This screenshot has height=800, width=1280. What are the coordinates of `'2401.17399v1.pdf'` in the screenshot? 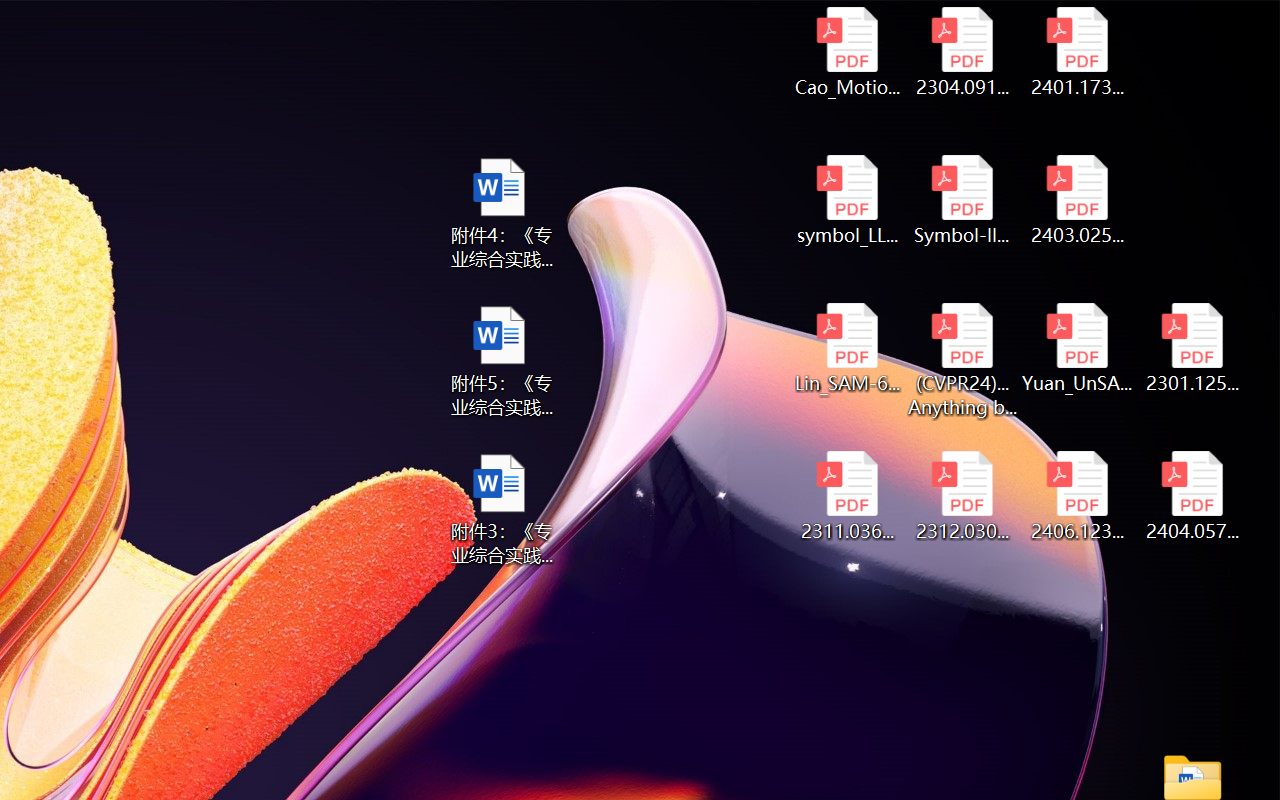 It's located at (1076, 51).